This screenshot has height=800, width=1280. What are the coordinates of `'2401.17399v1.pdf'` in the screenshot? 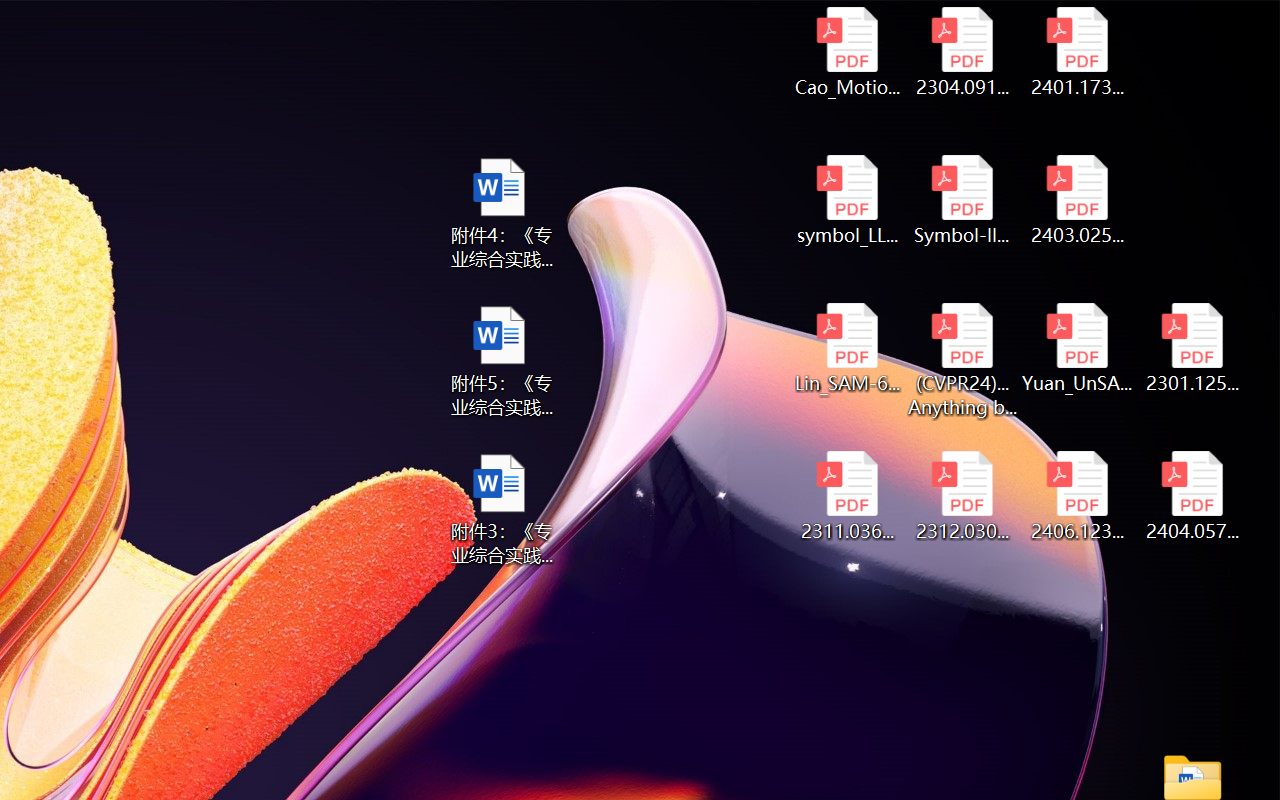 It's located at (1076, 51).